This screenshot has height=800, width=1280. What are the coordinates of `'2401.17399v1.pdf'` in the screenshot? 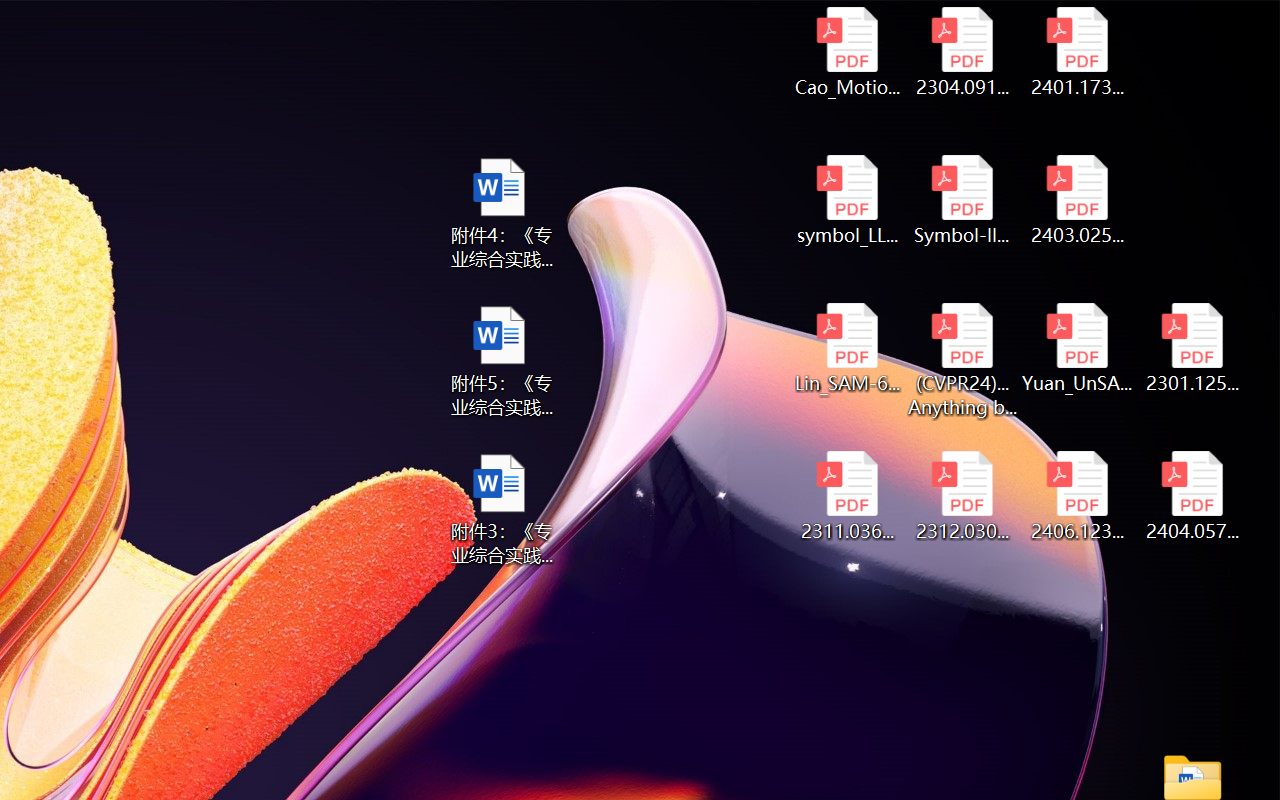 It's located at (1076, 51).